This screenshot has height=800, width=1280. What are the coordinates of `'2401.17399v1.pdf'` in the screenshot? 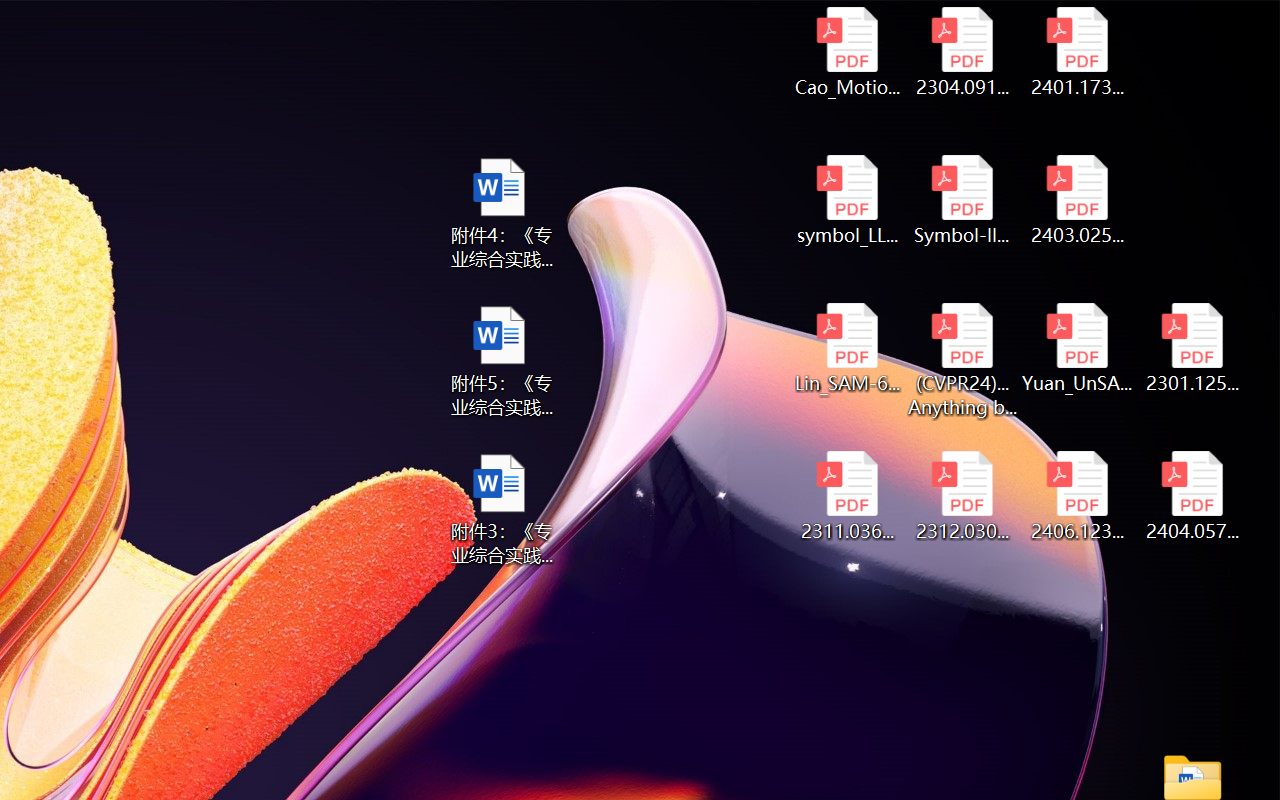 It's located at (1076, 51).